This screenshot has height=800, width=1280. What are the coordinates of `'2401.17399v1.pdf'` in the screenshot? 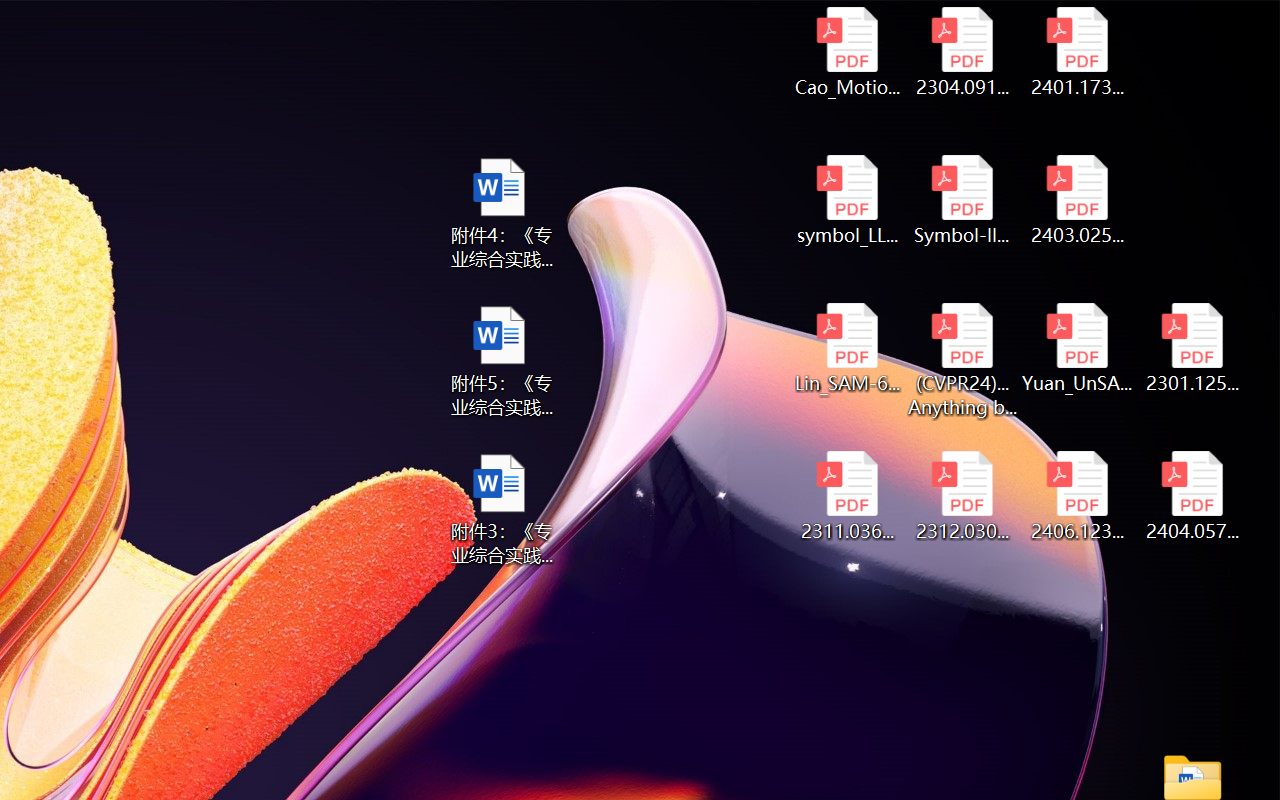 It's located at (1076, 51).